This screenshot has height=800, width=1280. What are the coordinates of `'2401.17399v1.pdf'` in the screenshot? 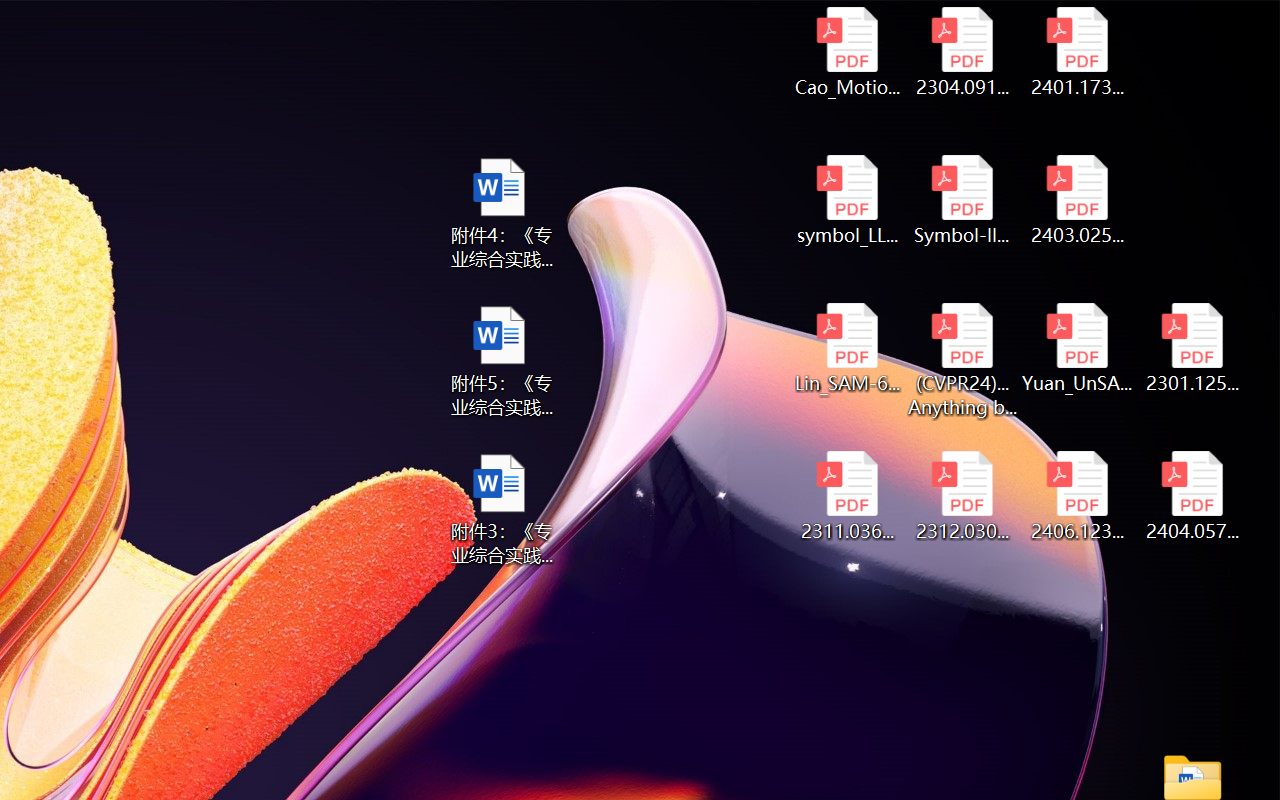 It's located at (1076, 51).